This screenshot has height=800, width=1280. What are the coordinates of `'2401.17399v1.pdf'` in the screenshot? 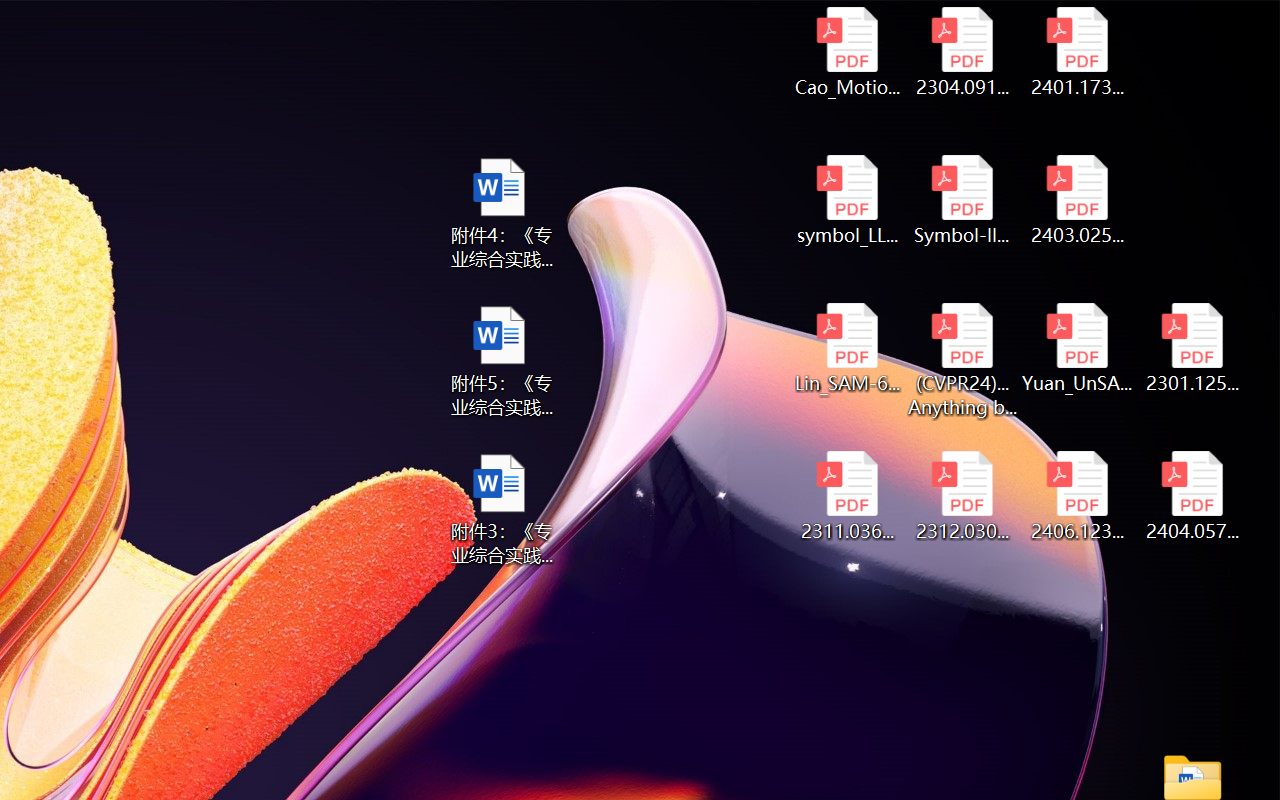 It's located at (1076, 51).